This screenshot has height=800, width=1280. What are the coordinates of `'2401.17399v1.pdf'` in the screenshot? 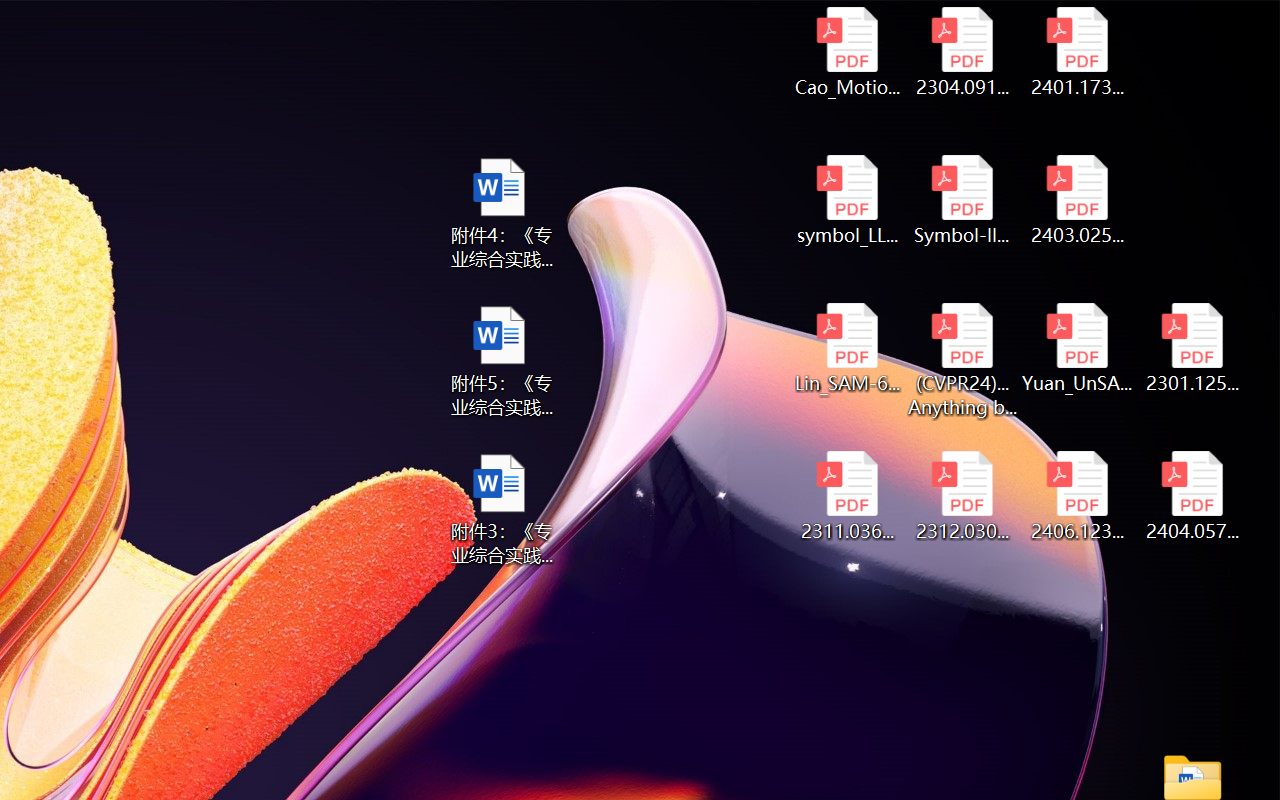 It's located at (1076, 51).